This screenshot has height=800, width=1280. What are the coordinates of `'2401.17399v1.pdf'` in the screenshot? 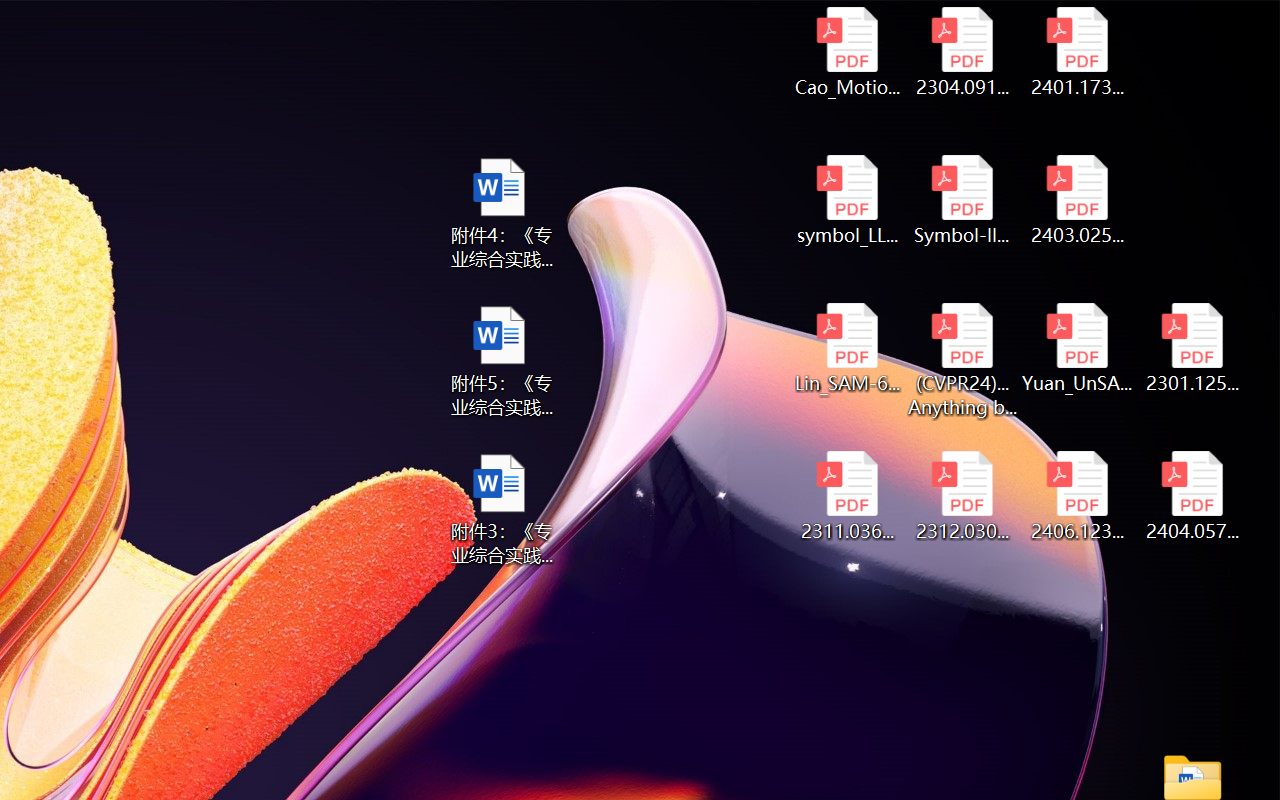 It's located at (1076, 51).